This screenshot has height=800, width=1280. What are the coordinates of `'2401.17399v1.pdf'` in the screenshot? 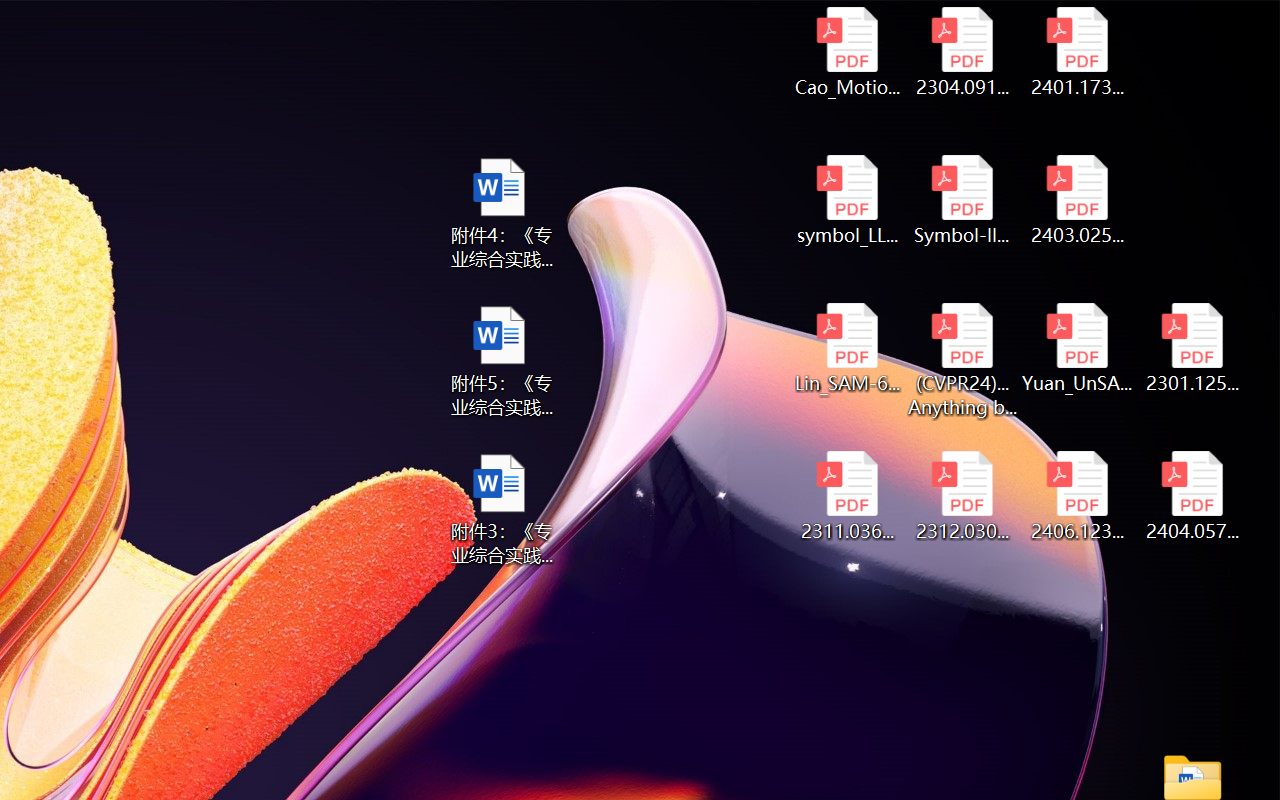 It's located at (1076, 51).